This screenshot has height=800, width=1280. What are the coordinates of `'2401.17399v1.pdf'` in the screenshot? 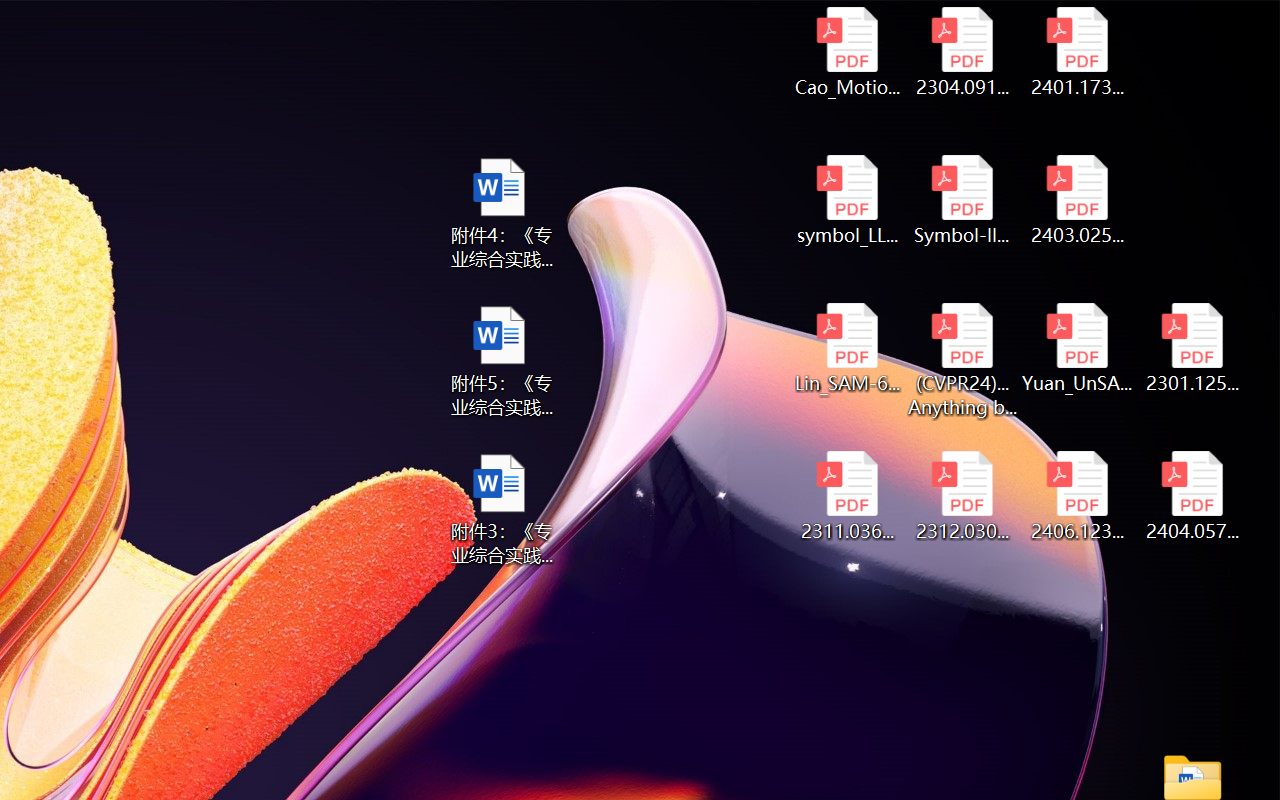 It's located at (1076, 51).